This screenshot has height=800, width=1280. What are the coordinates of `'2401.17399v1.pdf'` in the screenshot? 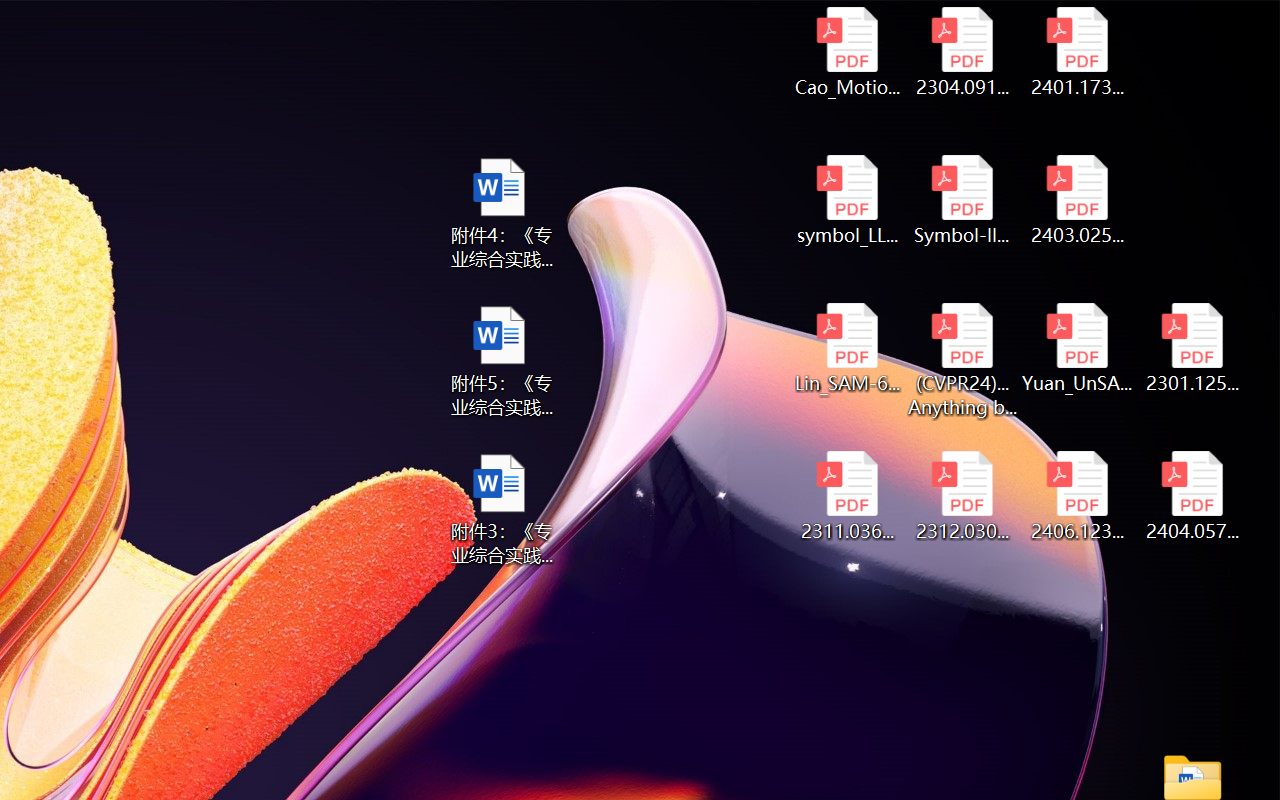 It's located at (1076, 51).